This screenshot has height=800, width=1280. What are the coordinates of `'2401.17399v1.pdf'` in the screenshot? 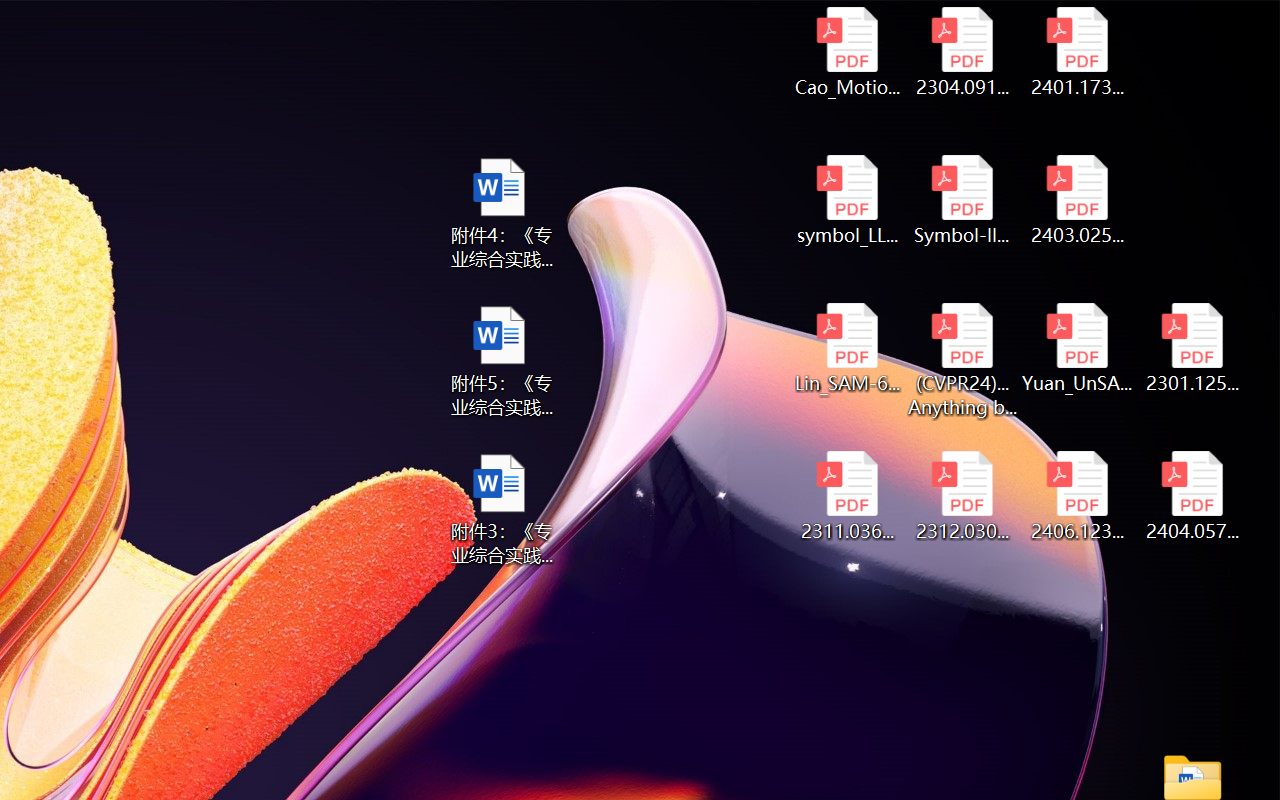 It's located at (1076, 51).